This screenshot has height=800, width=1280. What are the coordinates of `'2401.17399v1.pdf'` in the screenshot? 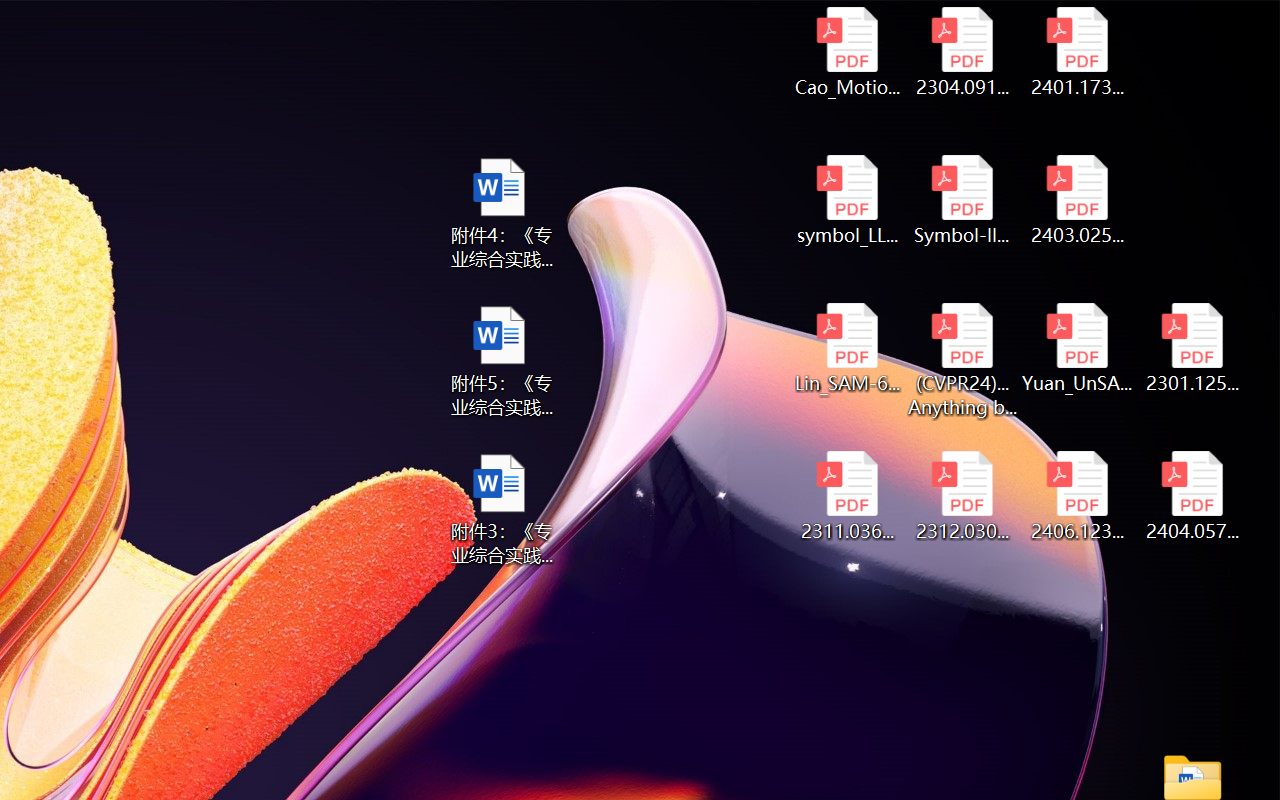 It's located at (1076, 51).